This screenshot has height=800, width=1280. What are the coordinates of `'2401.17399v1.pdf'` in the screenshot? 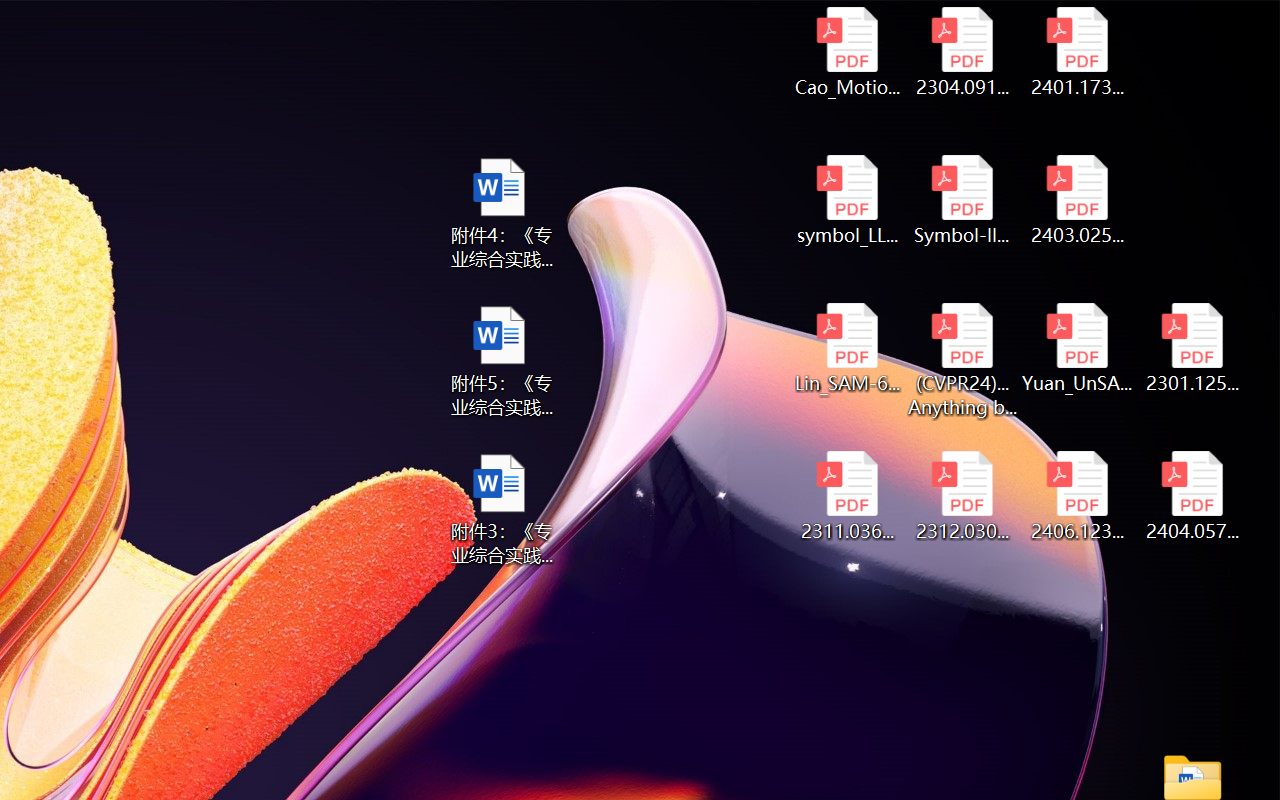 It's located at (1076, 51).